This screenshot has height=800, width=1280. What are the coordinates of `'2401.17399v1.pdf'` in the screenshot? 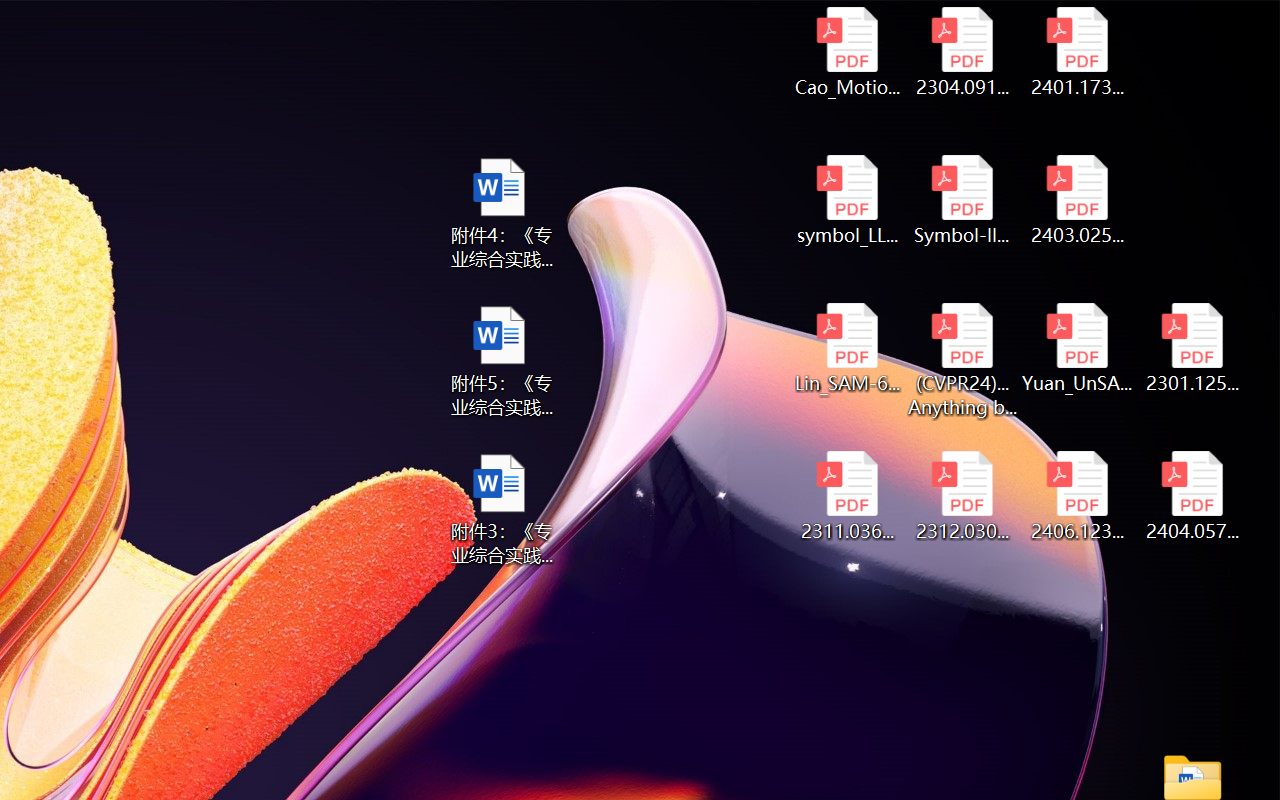 It's located at (1076, 51).